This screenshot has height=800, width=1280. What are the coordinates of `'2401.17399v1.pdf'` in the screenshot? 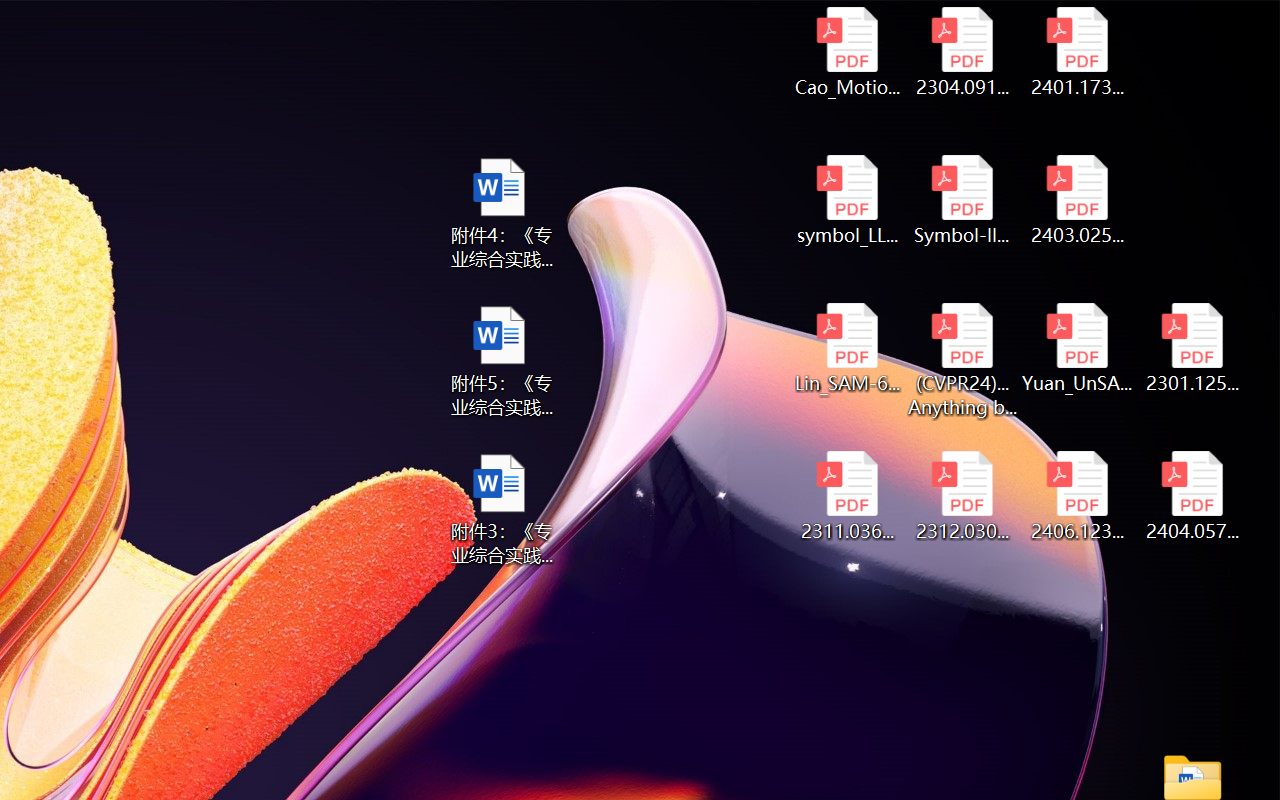 It's located at (1076, 51).